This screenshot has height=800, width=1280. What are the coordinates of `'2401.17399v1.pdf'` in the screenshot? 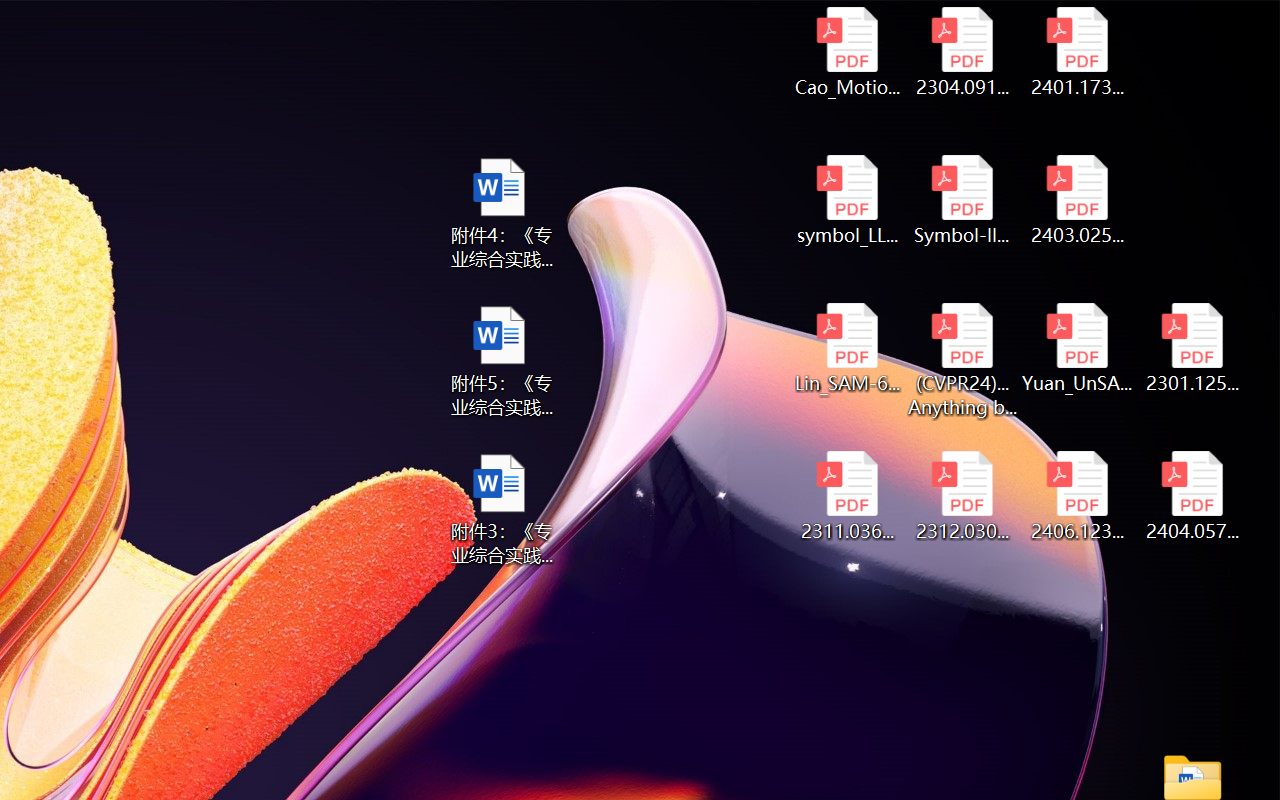 It's located at (1076, 51).